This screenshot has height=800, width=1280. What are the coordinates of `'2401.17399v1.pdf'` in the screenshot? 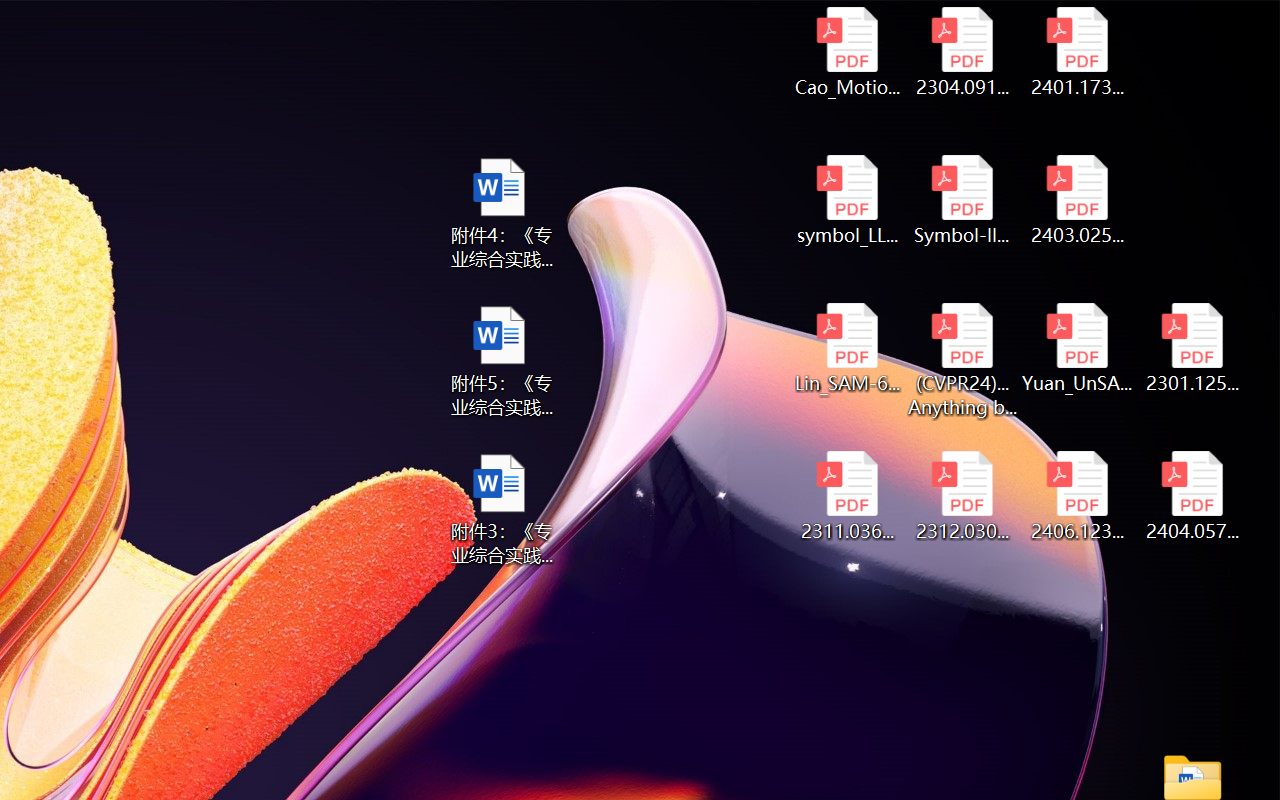 It's located at (1076, 51).